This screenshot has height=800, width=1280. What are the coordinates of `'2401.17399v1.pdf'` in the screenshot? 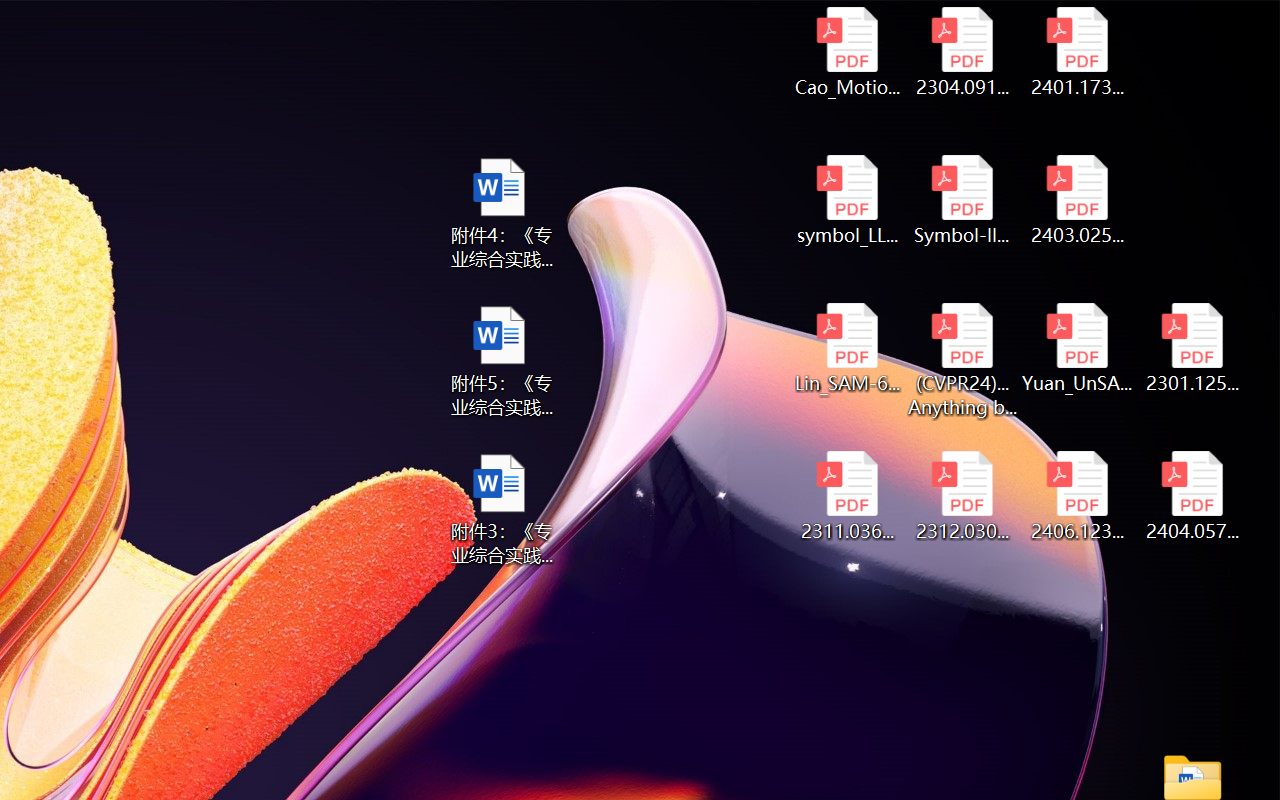 It's located at (1076, 51).